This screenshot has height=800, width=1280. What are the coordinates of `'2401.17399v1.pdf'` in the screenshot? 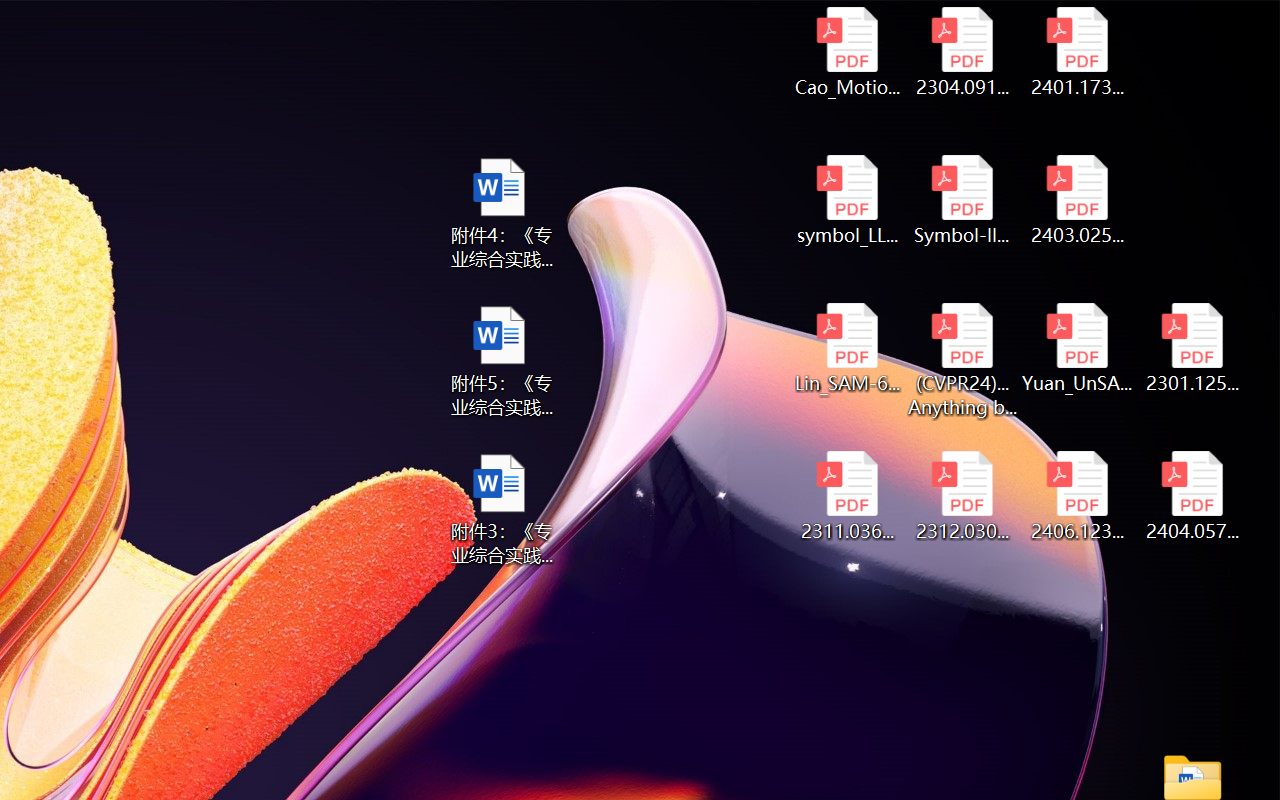 It's located at (1076, 51).